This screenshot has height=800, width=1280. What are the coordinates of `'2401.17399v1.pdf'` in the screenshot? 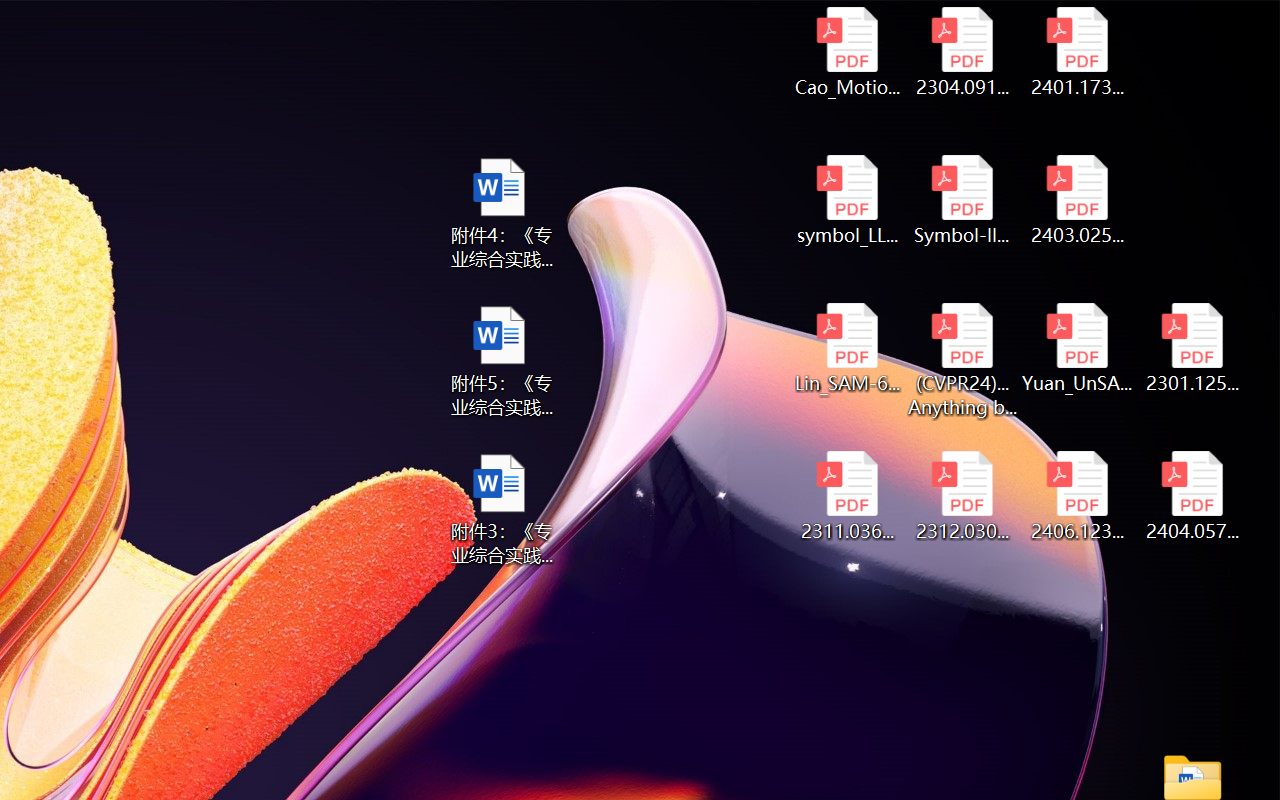 It's located at (1076, 51).